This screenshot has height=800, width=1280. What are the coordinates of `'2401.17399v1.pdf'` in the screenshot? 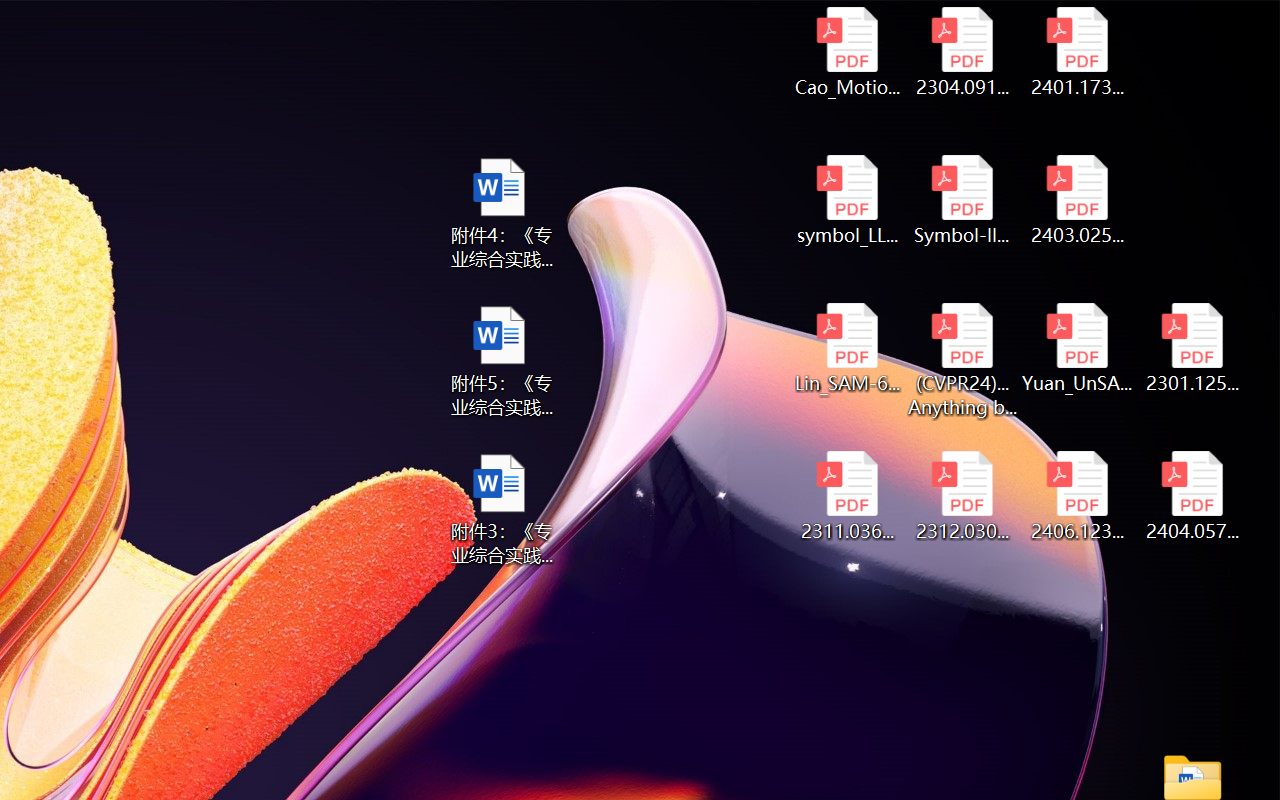 It's located at (1076, 51).